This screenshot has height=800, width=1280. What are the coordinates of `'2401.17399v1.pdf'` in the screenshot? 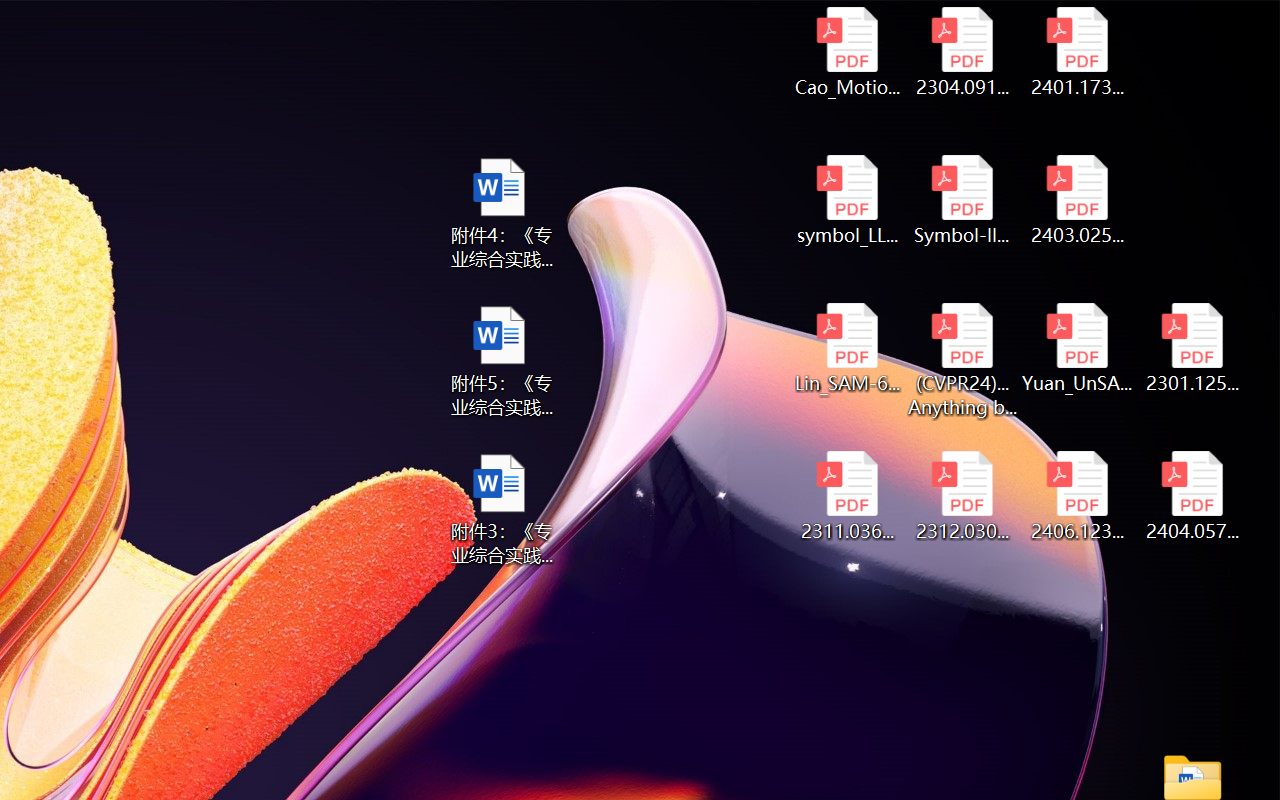 It's located at (1076, 51).